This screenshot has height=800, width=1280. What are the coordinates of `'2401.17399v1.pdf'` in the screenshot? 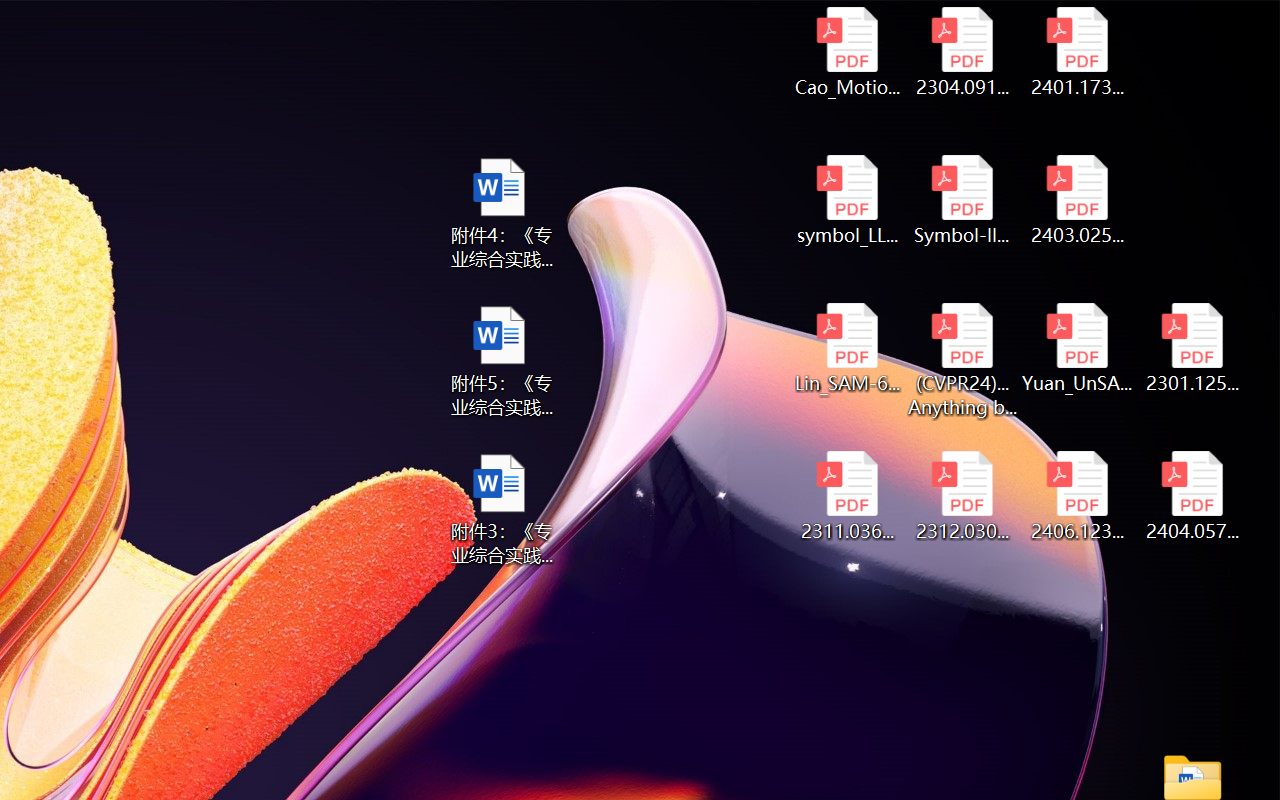 It's located at (1076, 51).